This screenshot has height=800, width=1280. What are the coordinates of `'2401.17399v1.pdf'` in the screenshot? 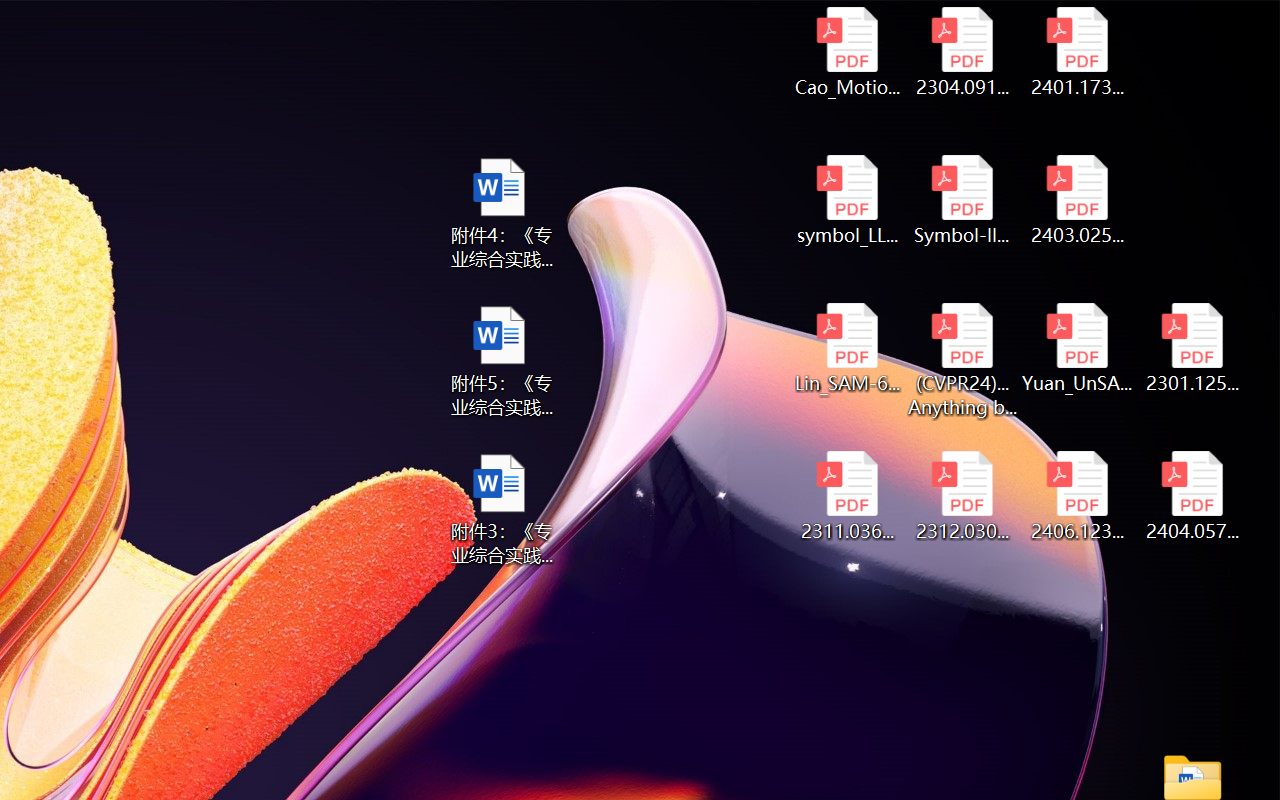 It's located at (1076, 51).